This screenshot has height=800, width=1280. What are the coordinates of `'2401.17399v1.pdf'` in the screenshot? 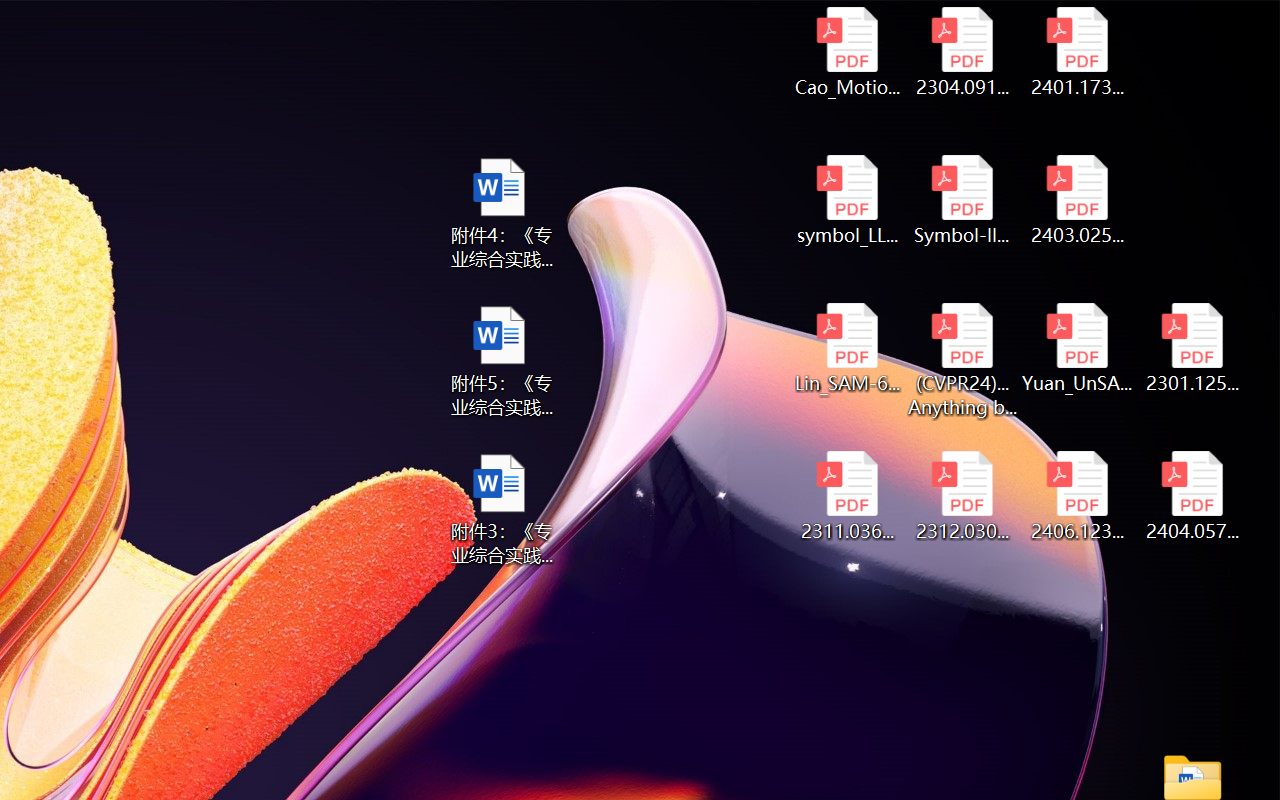 It's located at (1076, 51).